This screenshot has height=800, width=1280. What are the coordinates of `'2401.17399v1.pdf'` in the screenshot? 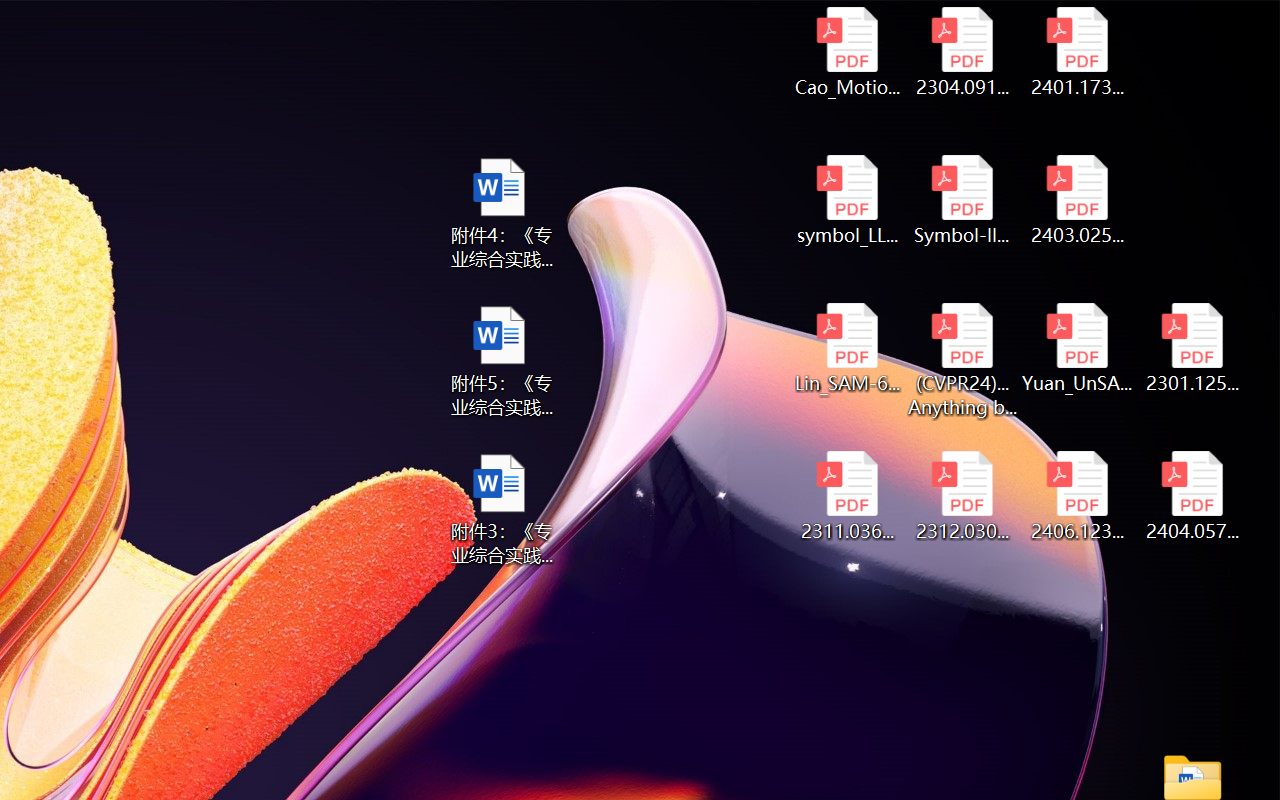 It's located at (1076, 51).